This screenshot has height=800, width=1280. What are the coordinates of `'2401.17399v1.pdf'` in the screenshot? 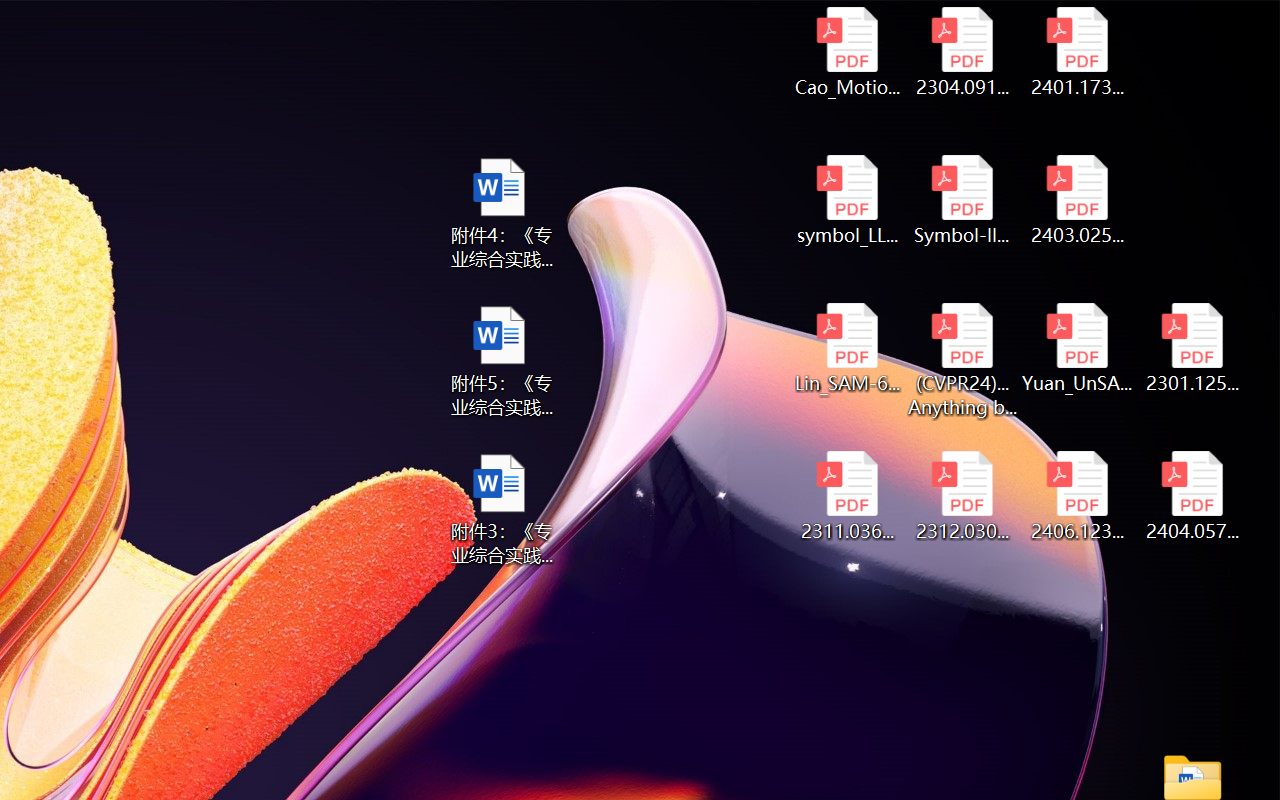 It's located at (1076, 51).